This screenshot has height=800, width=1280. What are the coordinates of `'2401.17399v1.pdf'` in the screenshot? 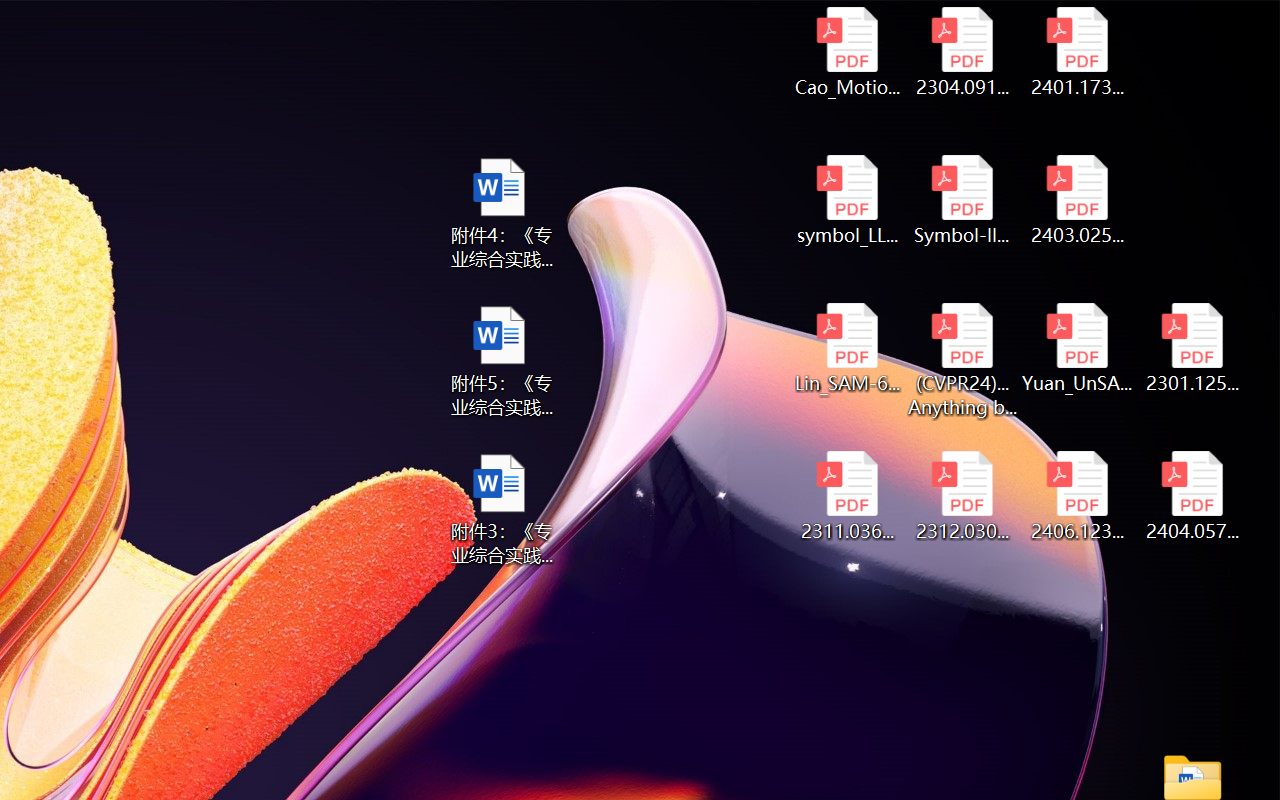 It's located at (1076, 51).